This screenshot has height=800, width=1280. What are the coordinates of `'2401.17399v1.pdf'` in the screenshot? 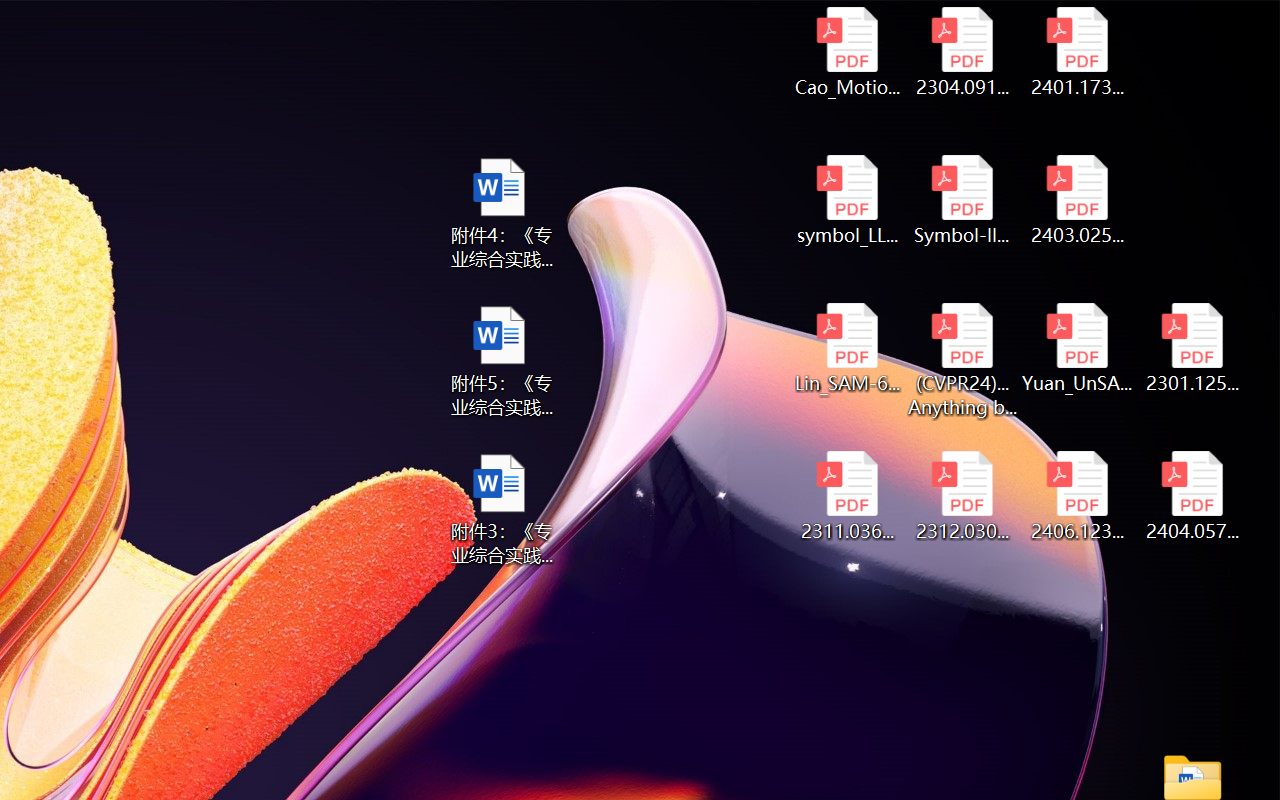 It's located at (1076, 51).